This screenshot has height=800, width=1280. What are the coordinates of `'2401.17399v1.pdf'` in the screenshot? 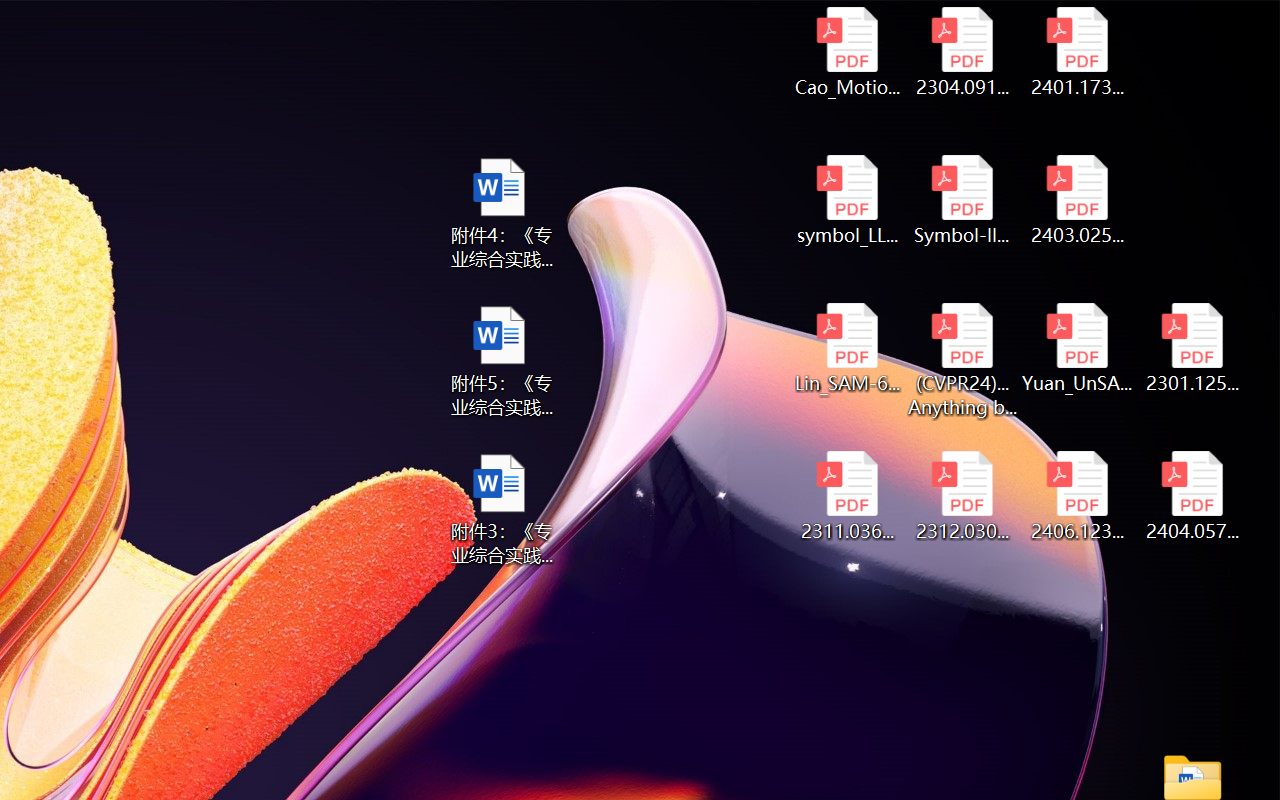 It's located at (1076, 51).